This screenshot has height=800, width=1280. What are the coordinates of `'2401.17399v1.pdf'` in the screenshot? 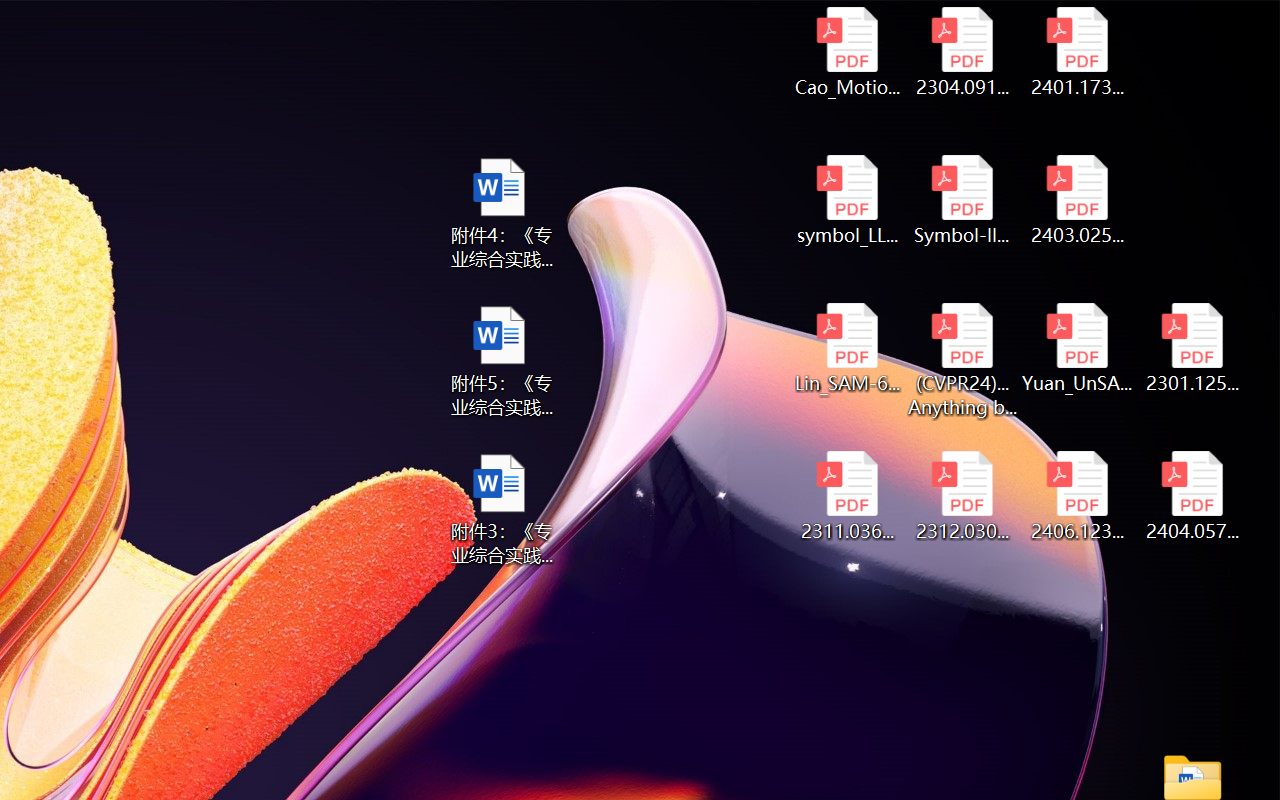 It's located at (1076, 51).